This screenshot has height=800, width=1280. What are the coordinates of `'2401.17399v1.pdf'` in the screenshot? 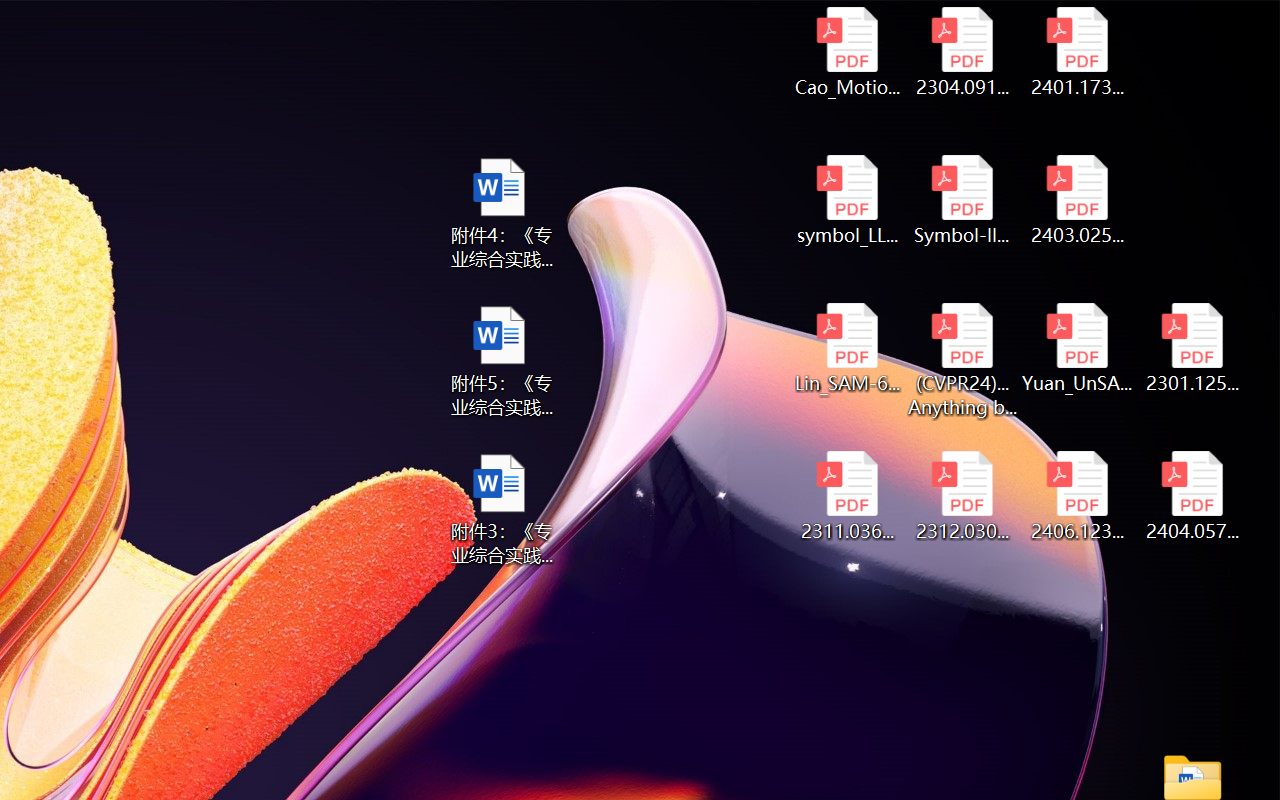 It's located at (1076, 51).